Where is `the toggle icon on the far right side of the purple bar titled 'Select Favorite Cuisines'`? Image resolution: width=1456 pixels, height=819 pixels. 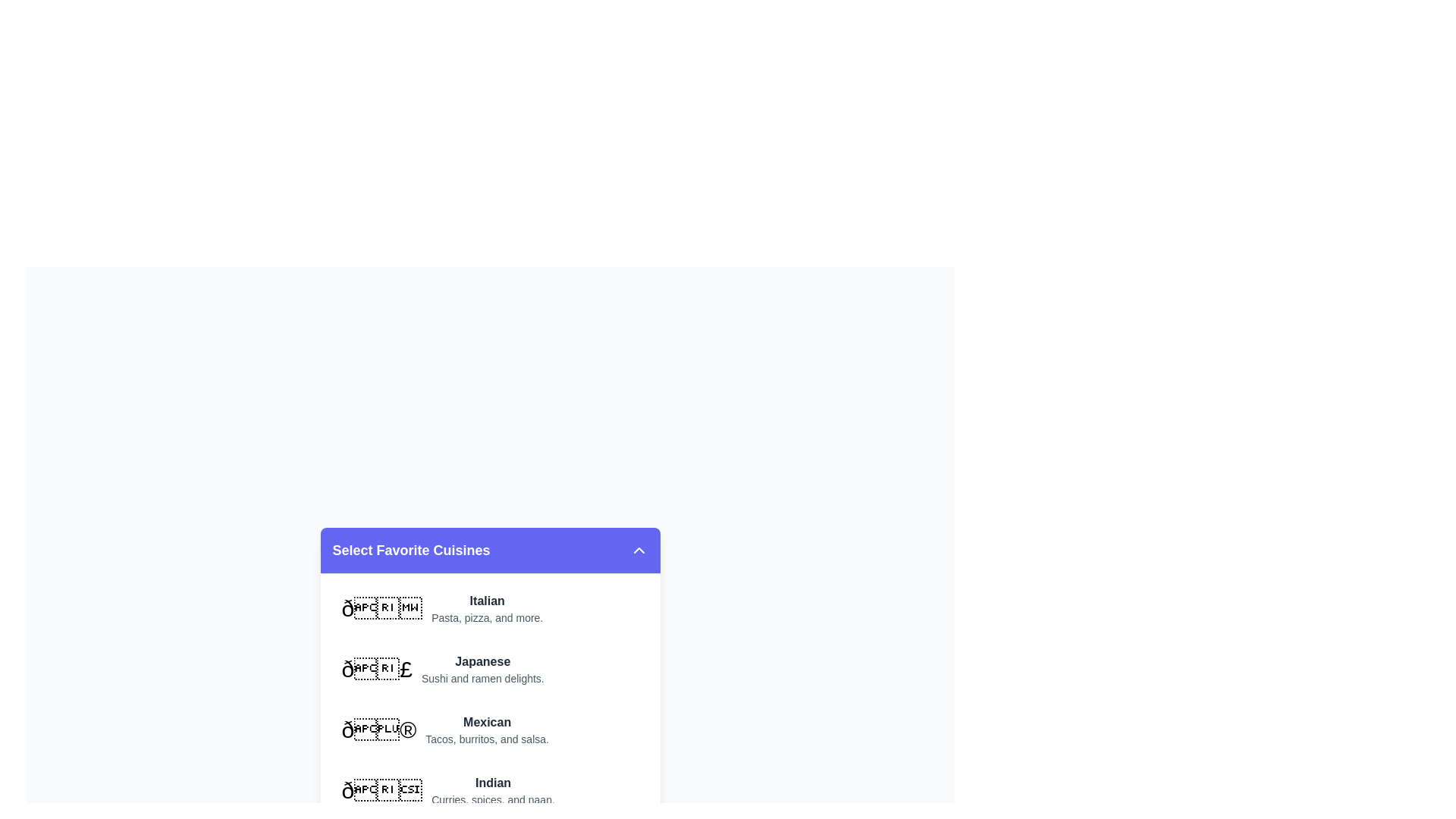 the toggle icon on the far right side of the purple bar titled 'Select Favorite Cuisines' is located at coordinates (639, 550).